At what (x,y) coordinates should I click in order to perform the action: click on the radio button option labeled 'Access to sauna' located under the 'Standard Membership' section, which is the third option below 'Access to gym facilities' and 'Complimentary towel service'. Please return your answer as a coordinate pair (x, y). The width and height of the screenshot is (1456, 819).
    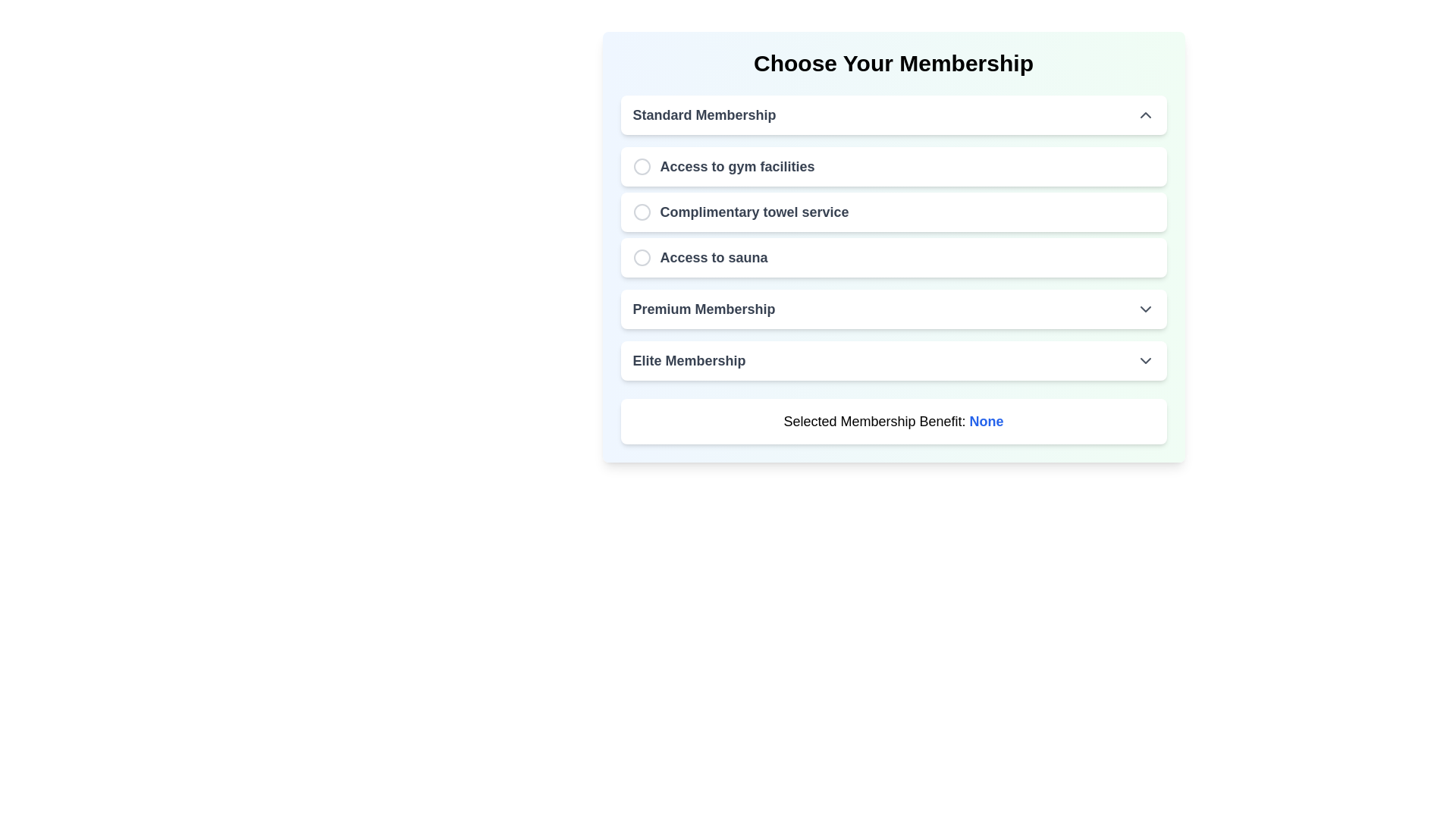
    Looking at the image, I should click on (893, 256).